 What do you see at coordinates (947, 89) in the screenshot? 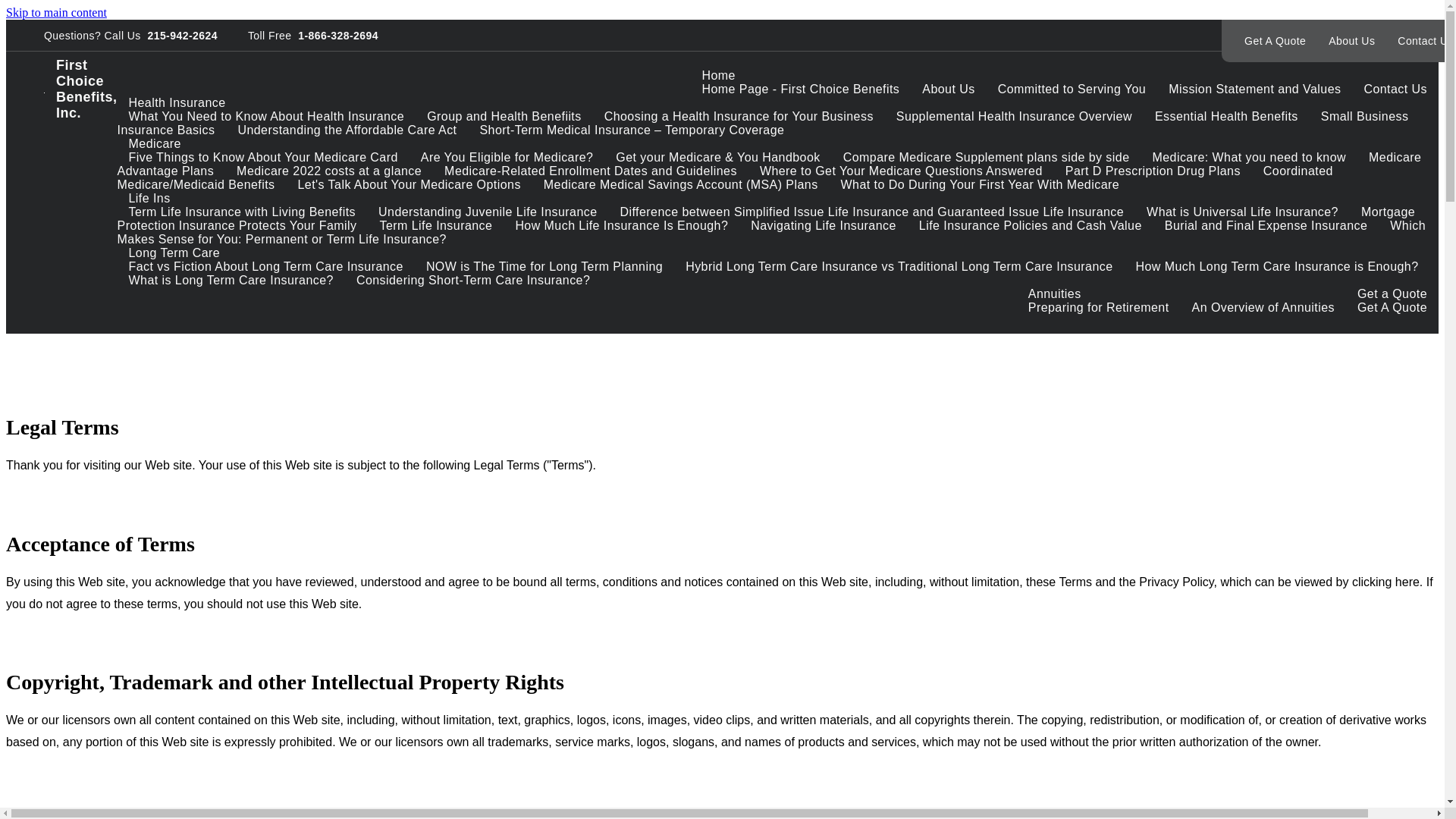
I see `'About Us'` at bounding box center [947, 89].